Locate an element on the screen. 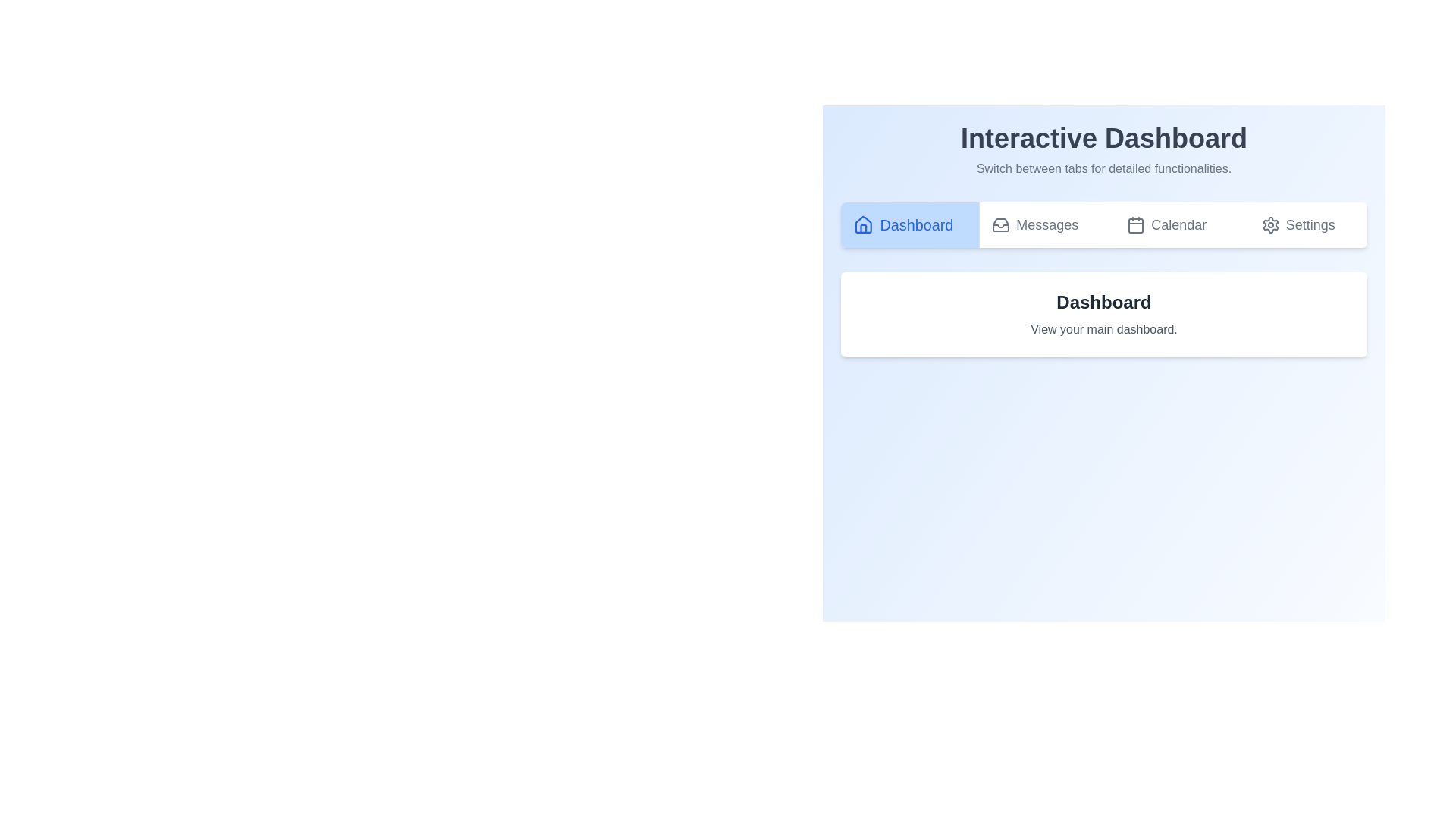  the calendar tab icon in the navigation bar is located at coordinates (1136, 225).